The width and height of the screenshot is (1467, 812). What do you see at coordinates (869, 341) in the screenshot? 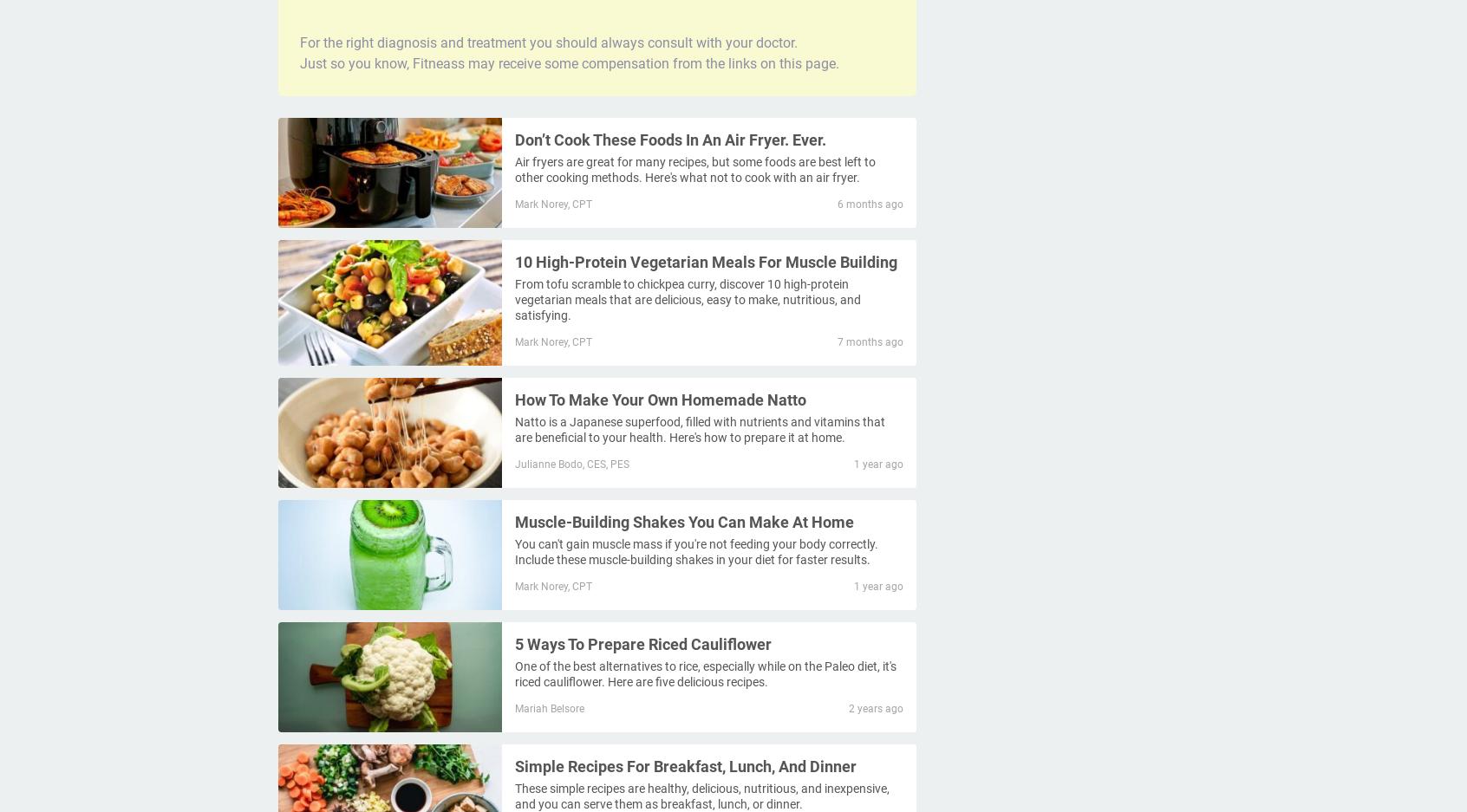
I see `'7 months ago'` at bounding box center [869, 341].